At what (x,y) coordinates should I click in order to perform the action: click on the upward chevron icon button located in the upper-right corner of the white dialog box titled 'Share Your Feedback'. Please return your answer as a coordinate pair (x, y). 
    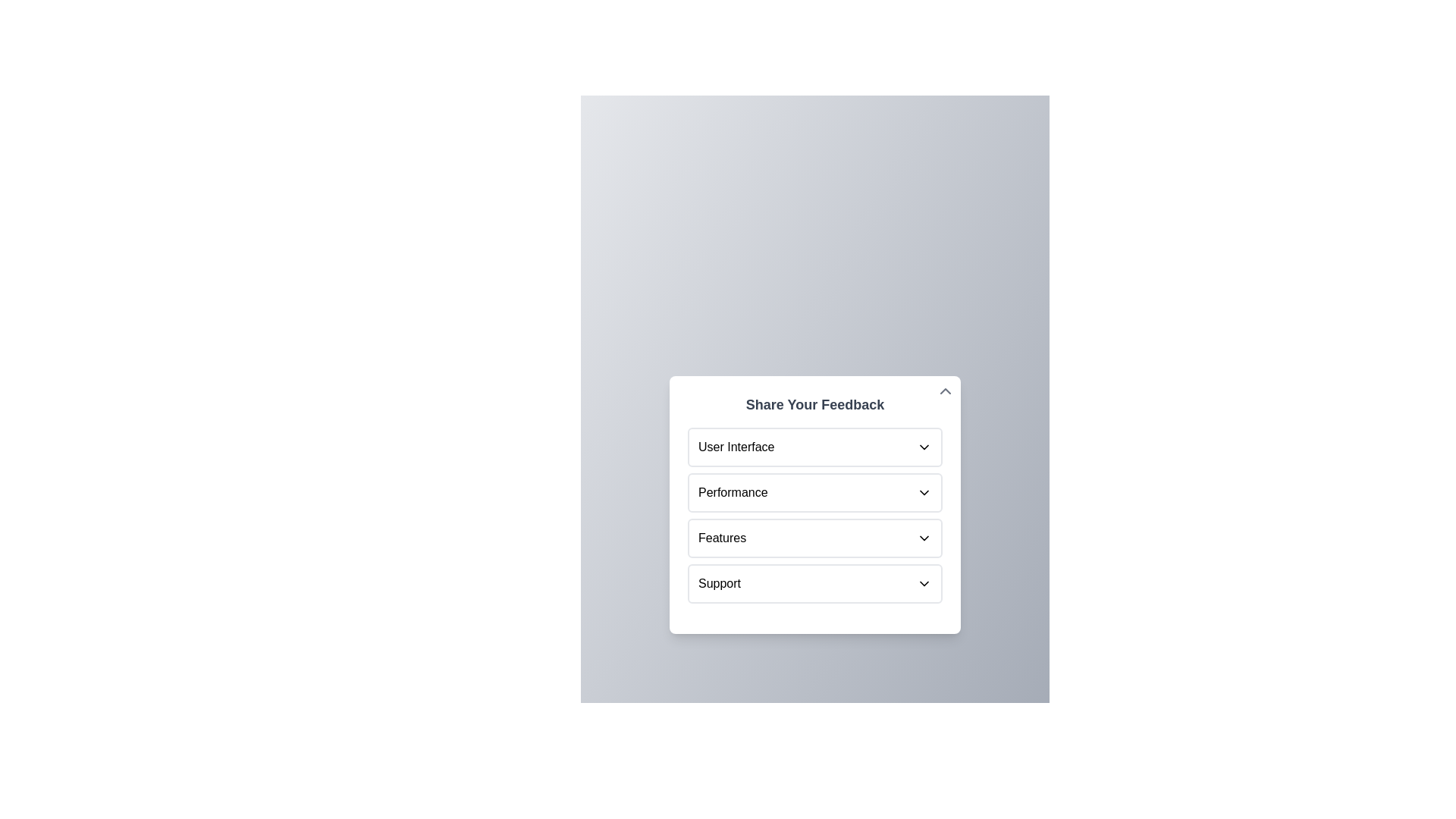
    Looking at the image, I should click on (945, 391).